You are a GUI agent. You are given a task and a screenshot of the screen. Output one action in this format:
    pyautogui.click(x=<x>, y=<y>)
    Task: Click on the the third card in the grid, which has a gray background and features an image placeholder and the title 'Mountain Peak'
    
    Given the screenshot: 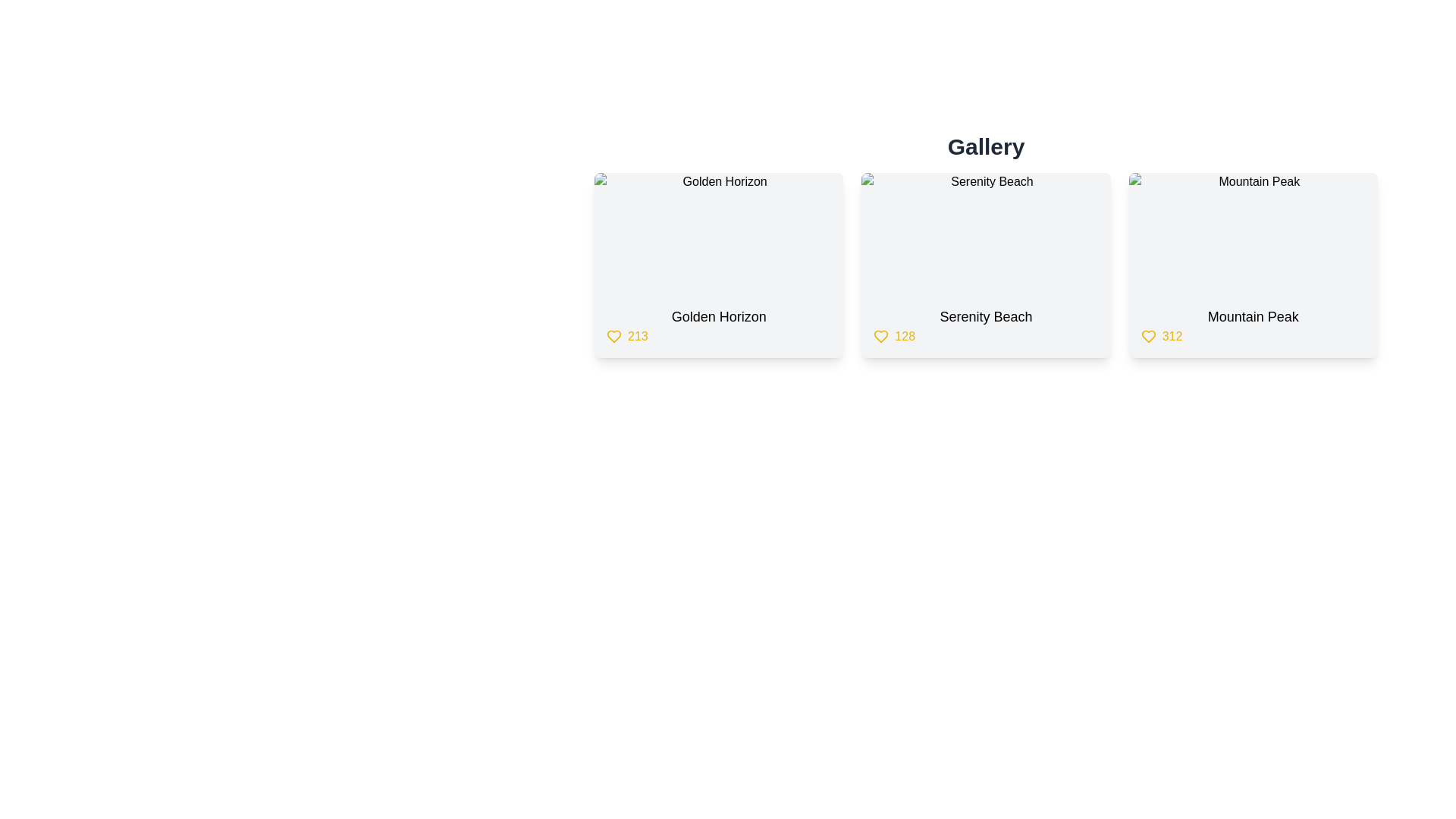 What is the action you would take?
    pyautogui.click(x=1253, y=265)
    